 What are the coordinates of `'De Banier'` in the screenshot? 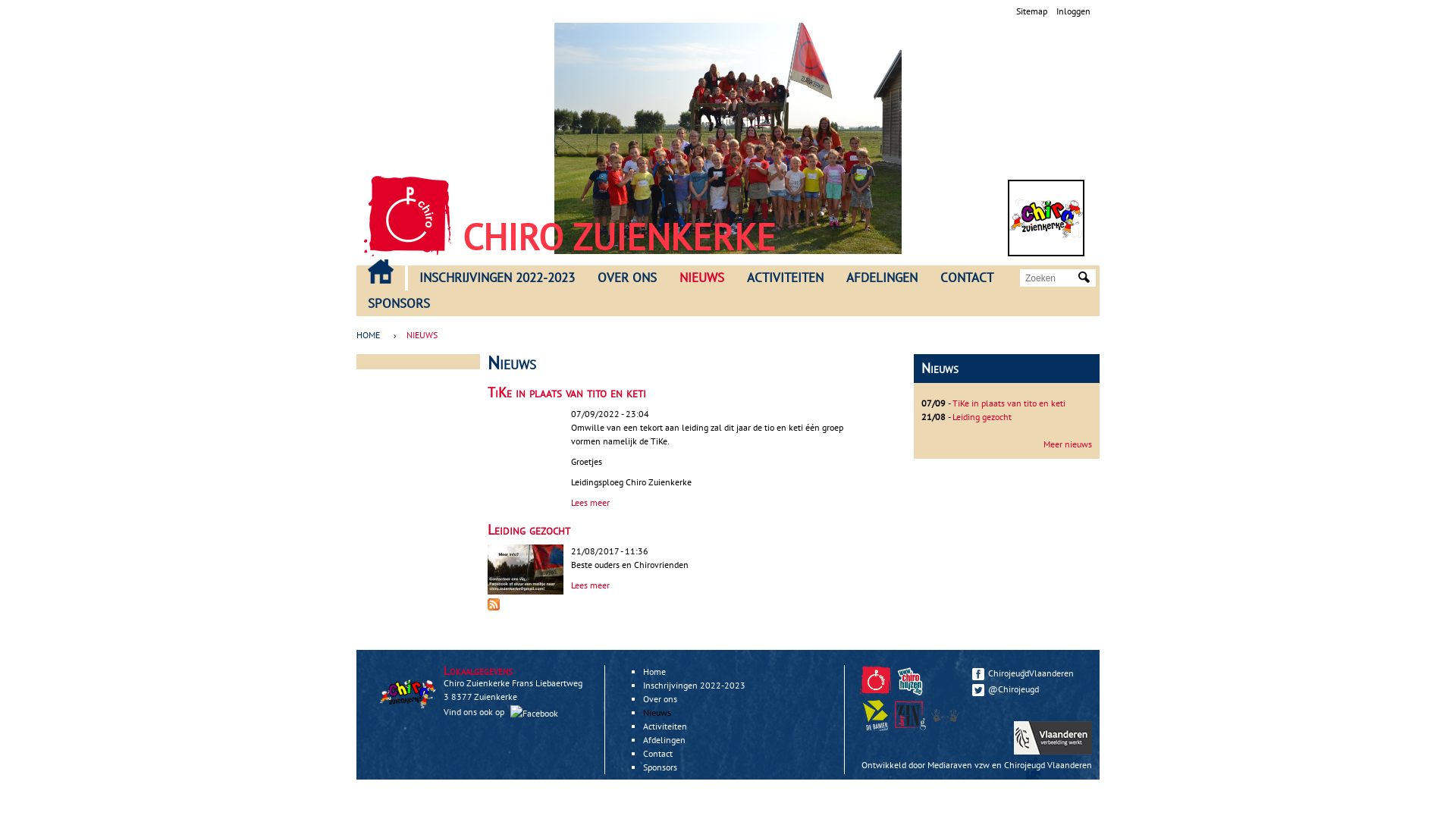 It's located at (877, 726).